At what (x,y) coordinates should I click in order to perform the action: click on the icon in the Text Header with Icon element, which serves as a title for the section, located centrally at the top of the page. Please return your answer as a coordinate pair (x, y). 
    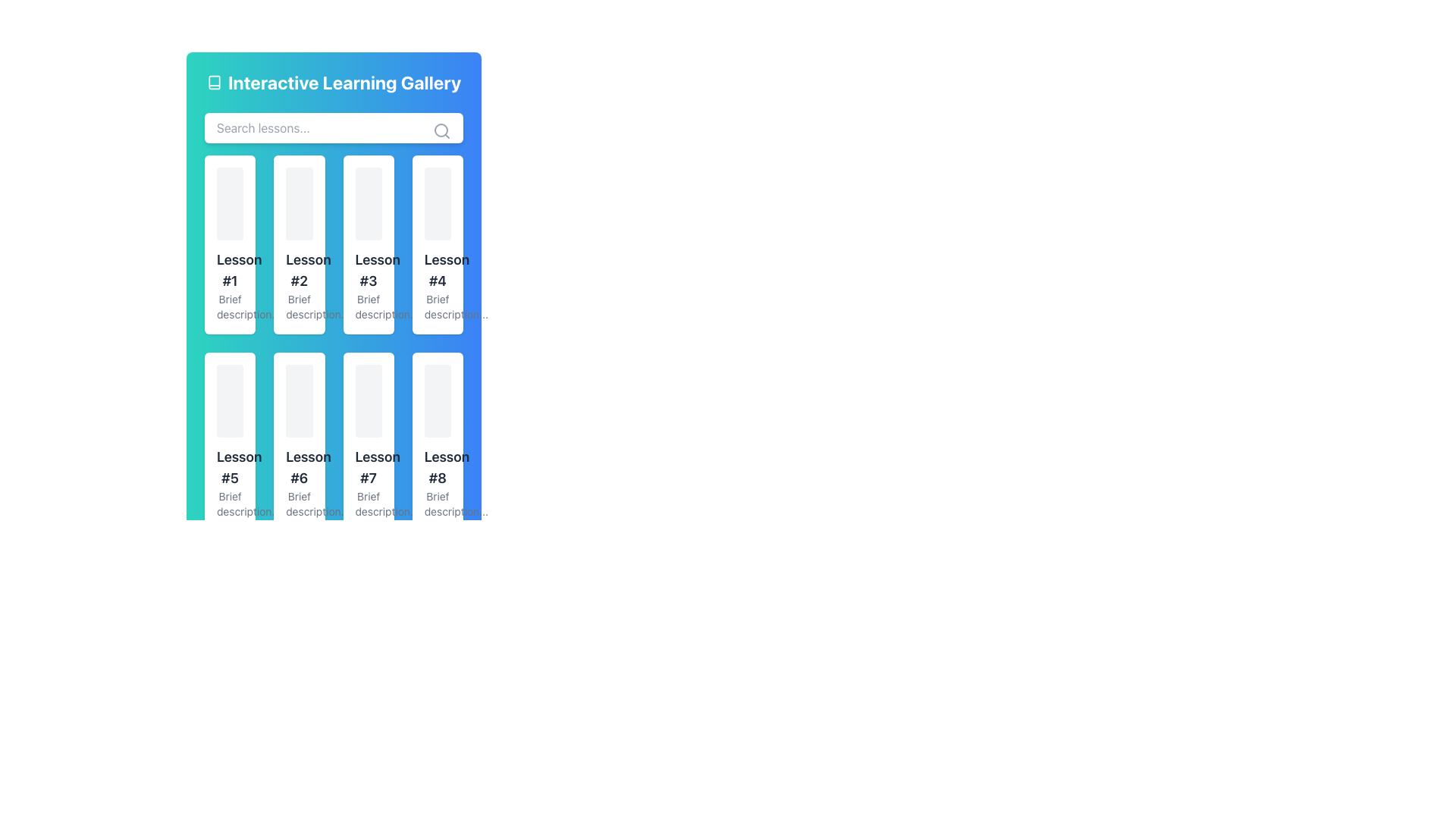
    Looking at the image, I should click on (333, 82).